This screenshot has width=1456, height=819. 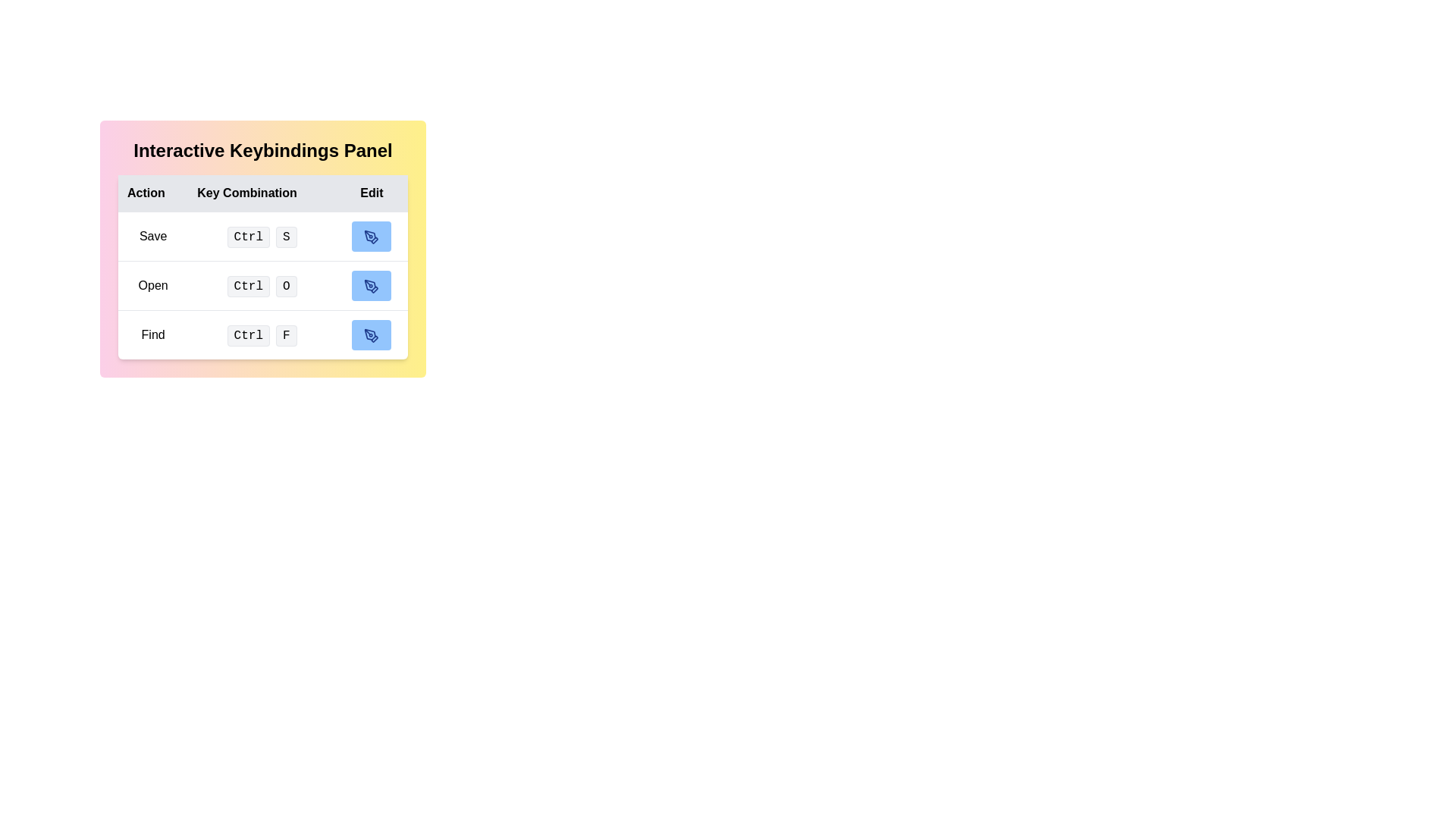 What do you see at coordinates (372, 286) in the screenshot?
I see `the blue button with rounded corners featuring a pen tool icon, located in the center-right of the 'Interactive Keybindings Panel' row associated with the 'Open' action` at bounding box center [372, 286].